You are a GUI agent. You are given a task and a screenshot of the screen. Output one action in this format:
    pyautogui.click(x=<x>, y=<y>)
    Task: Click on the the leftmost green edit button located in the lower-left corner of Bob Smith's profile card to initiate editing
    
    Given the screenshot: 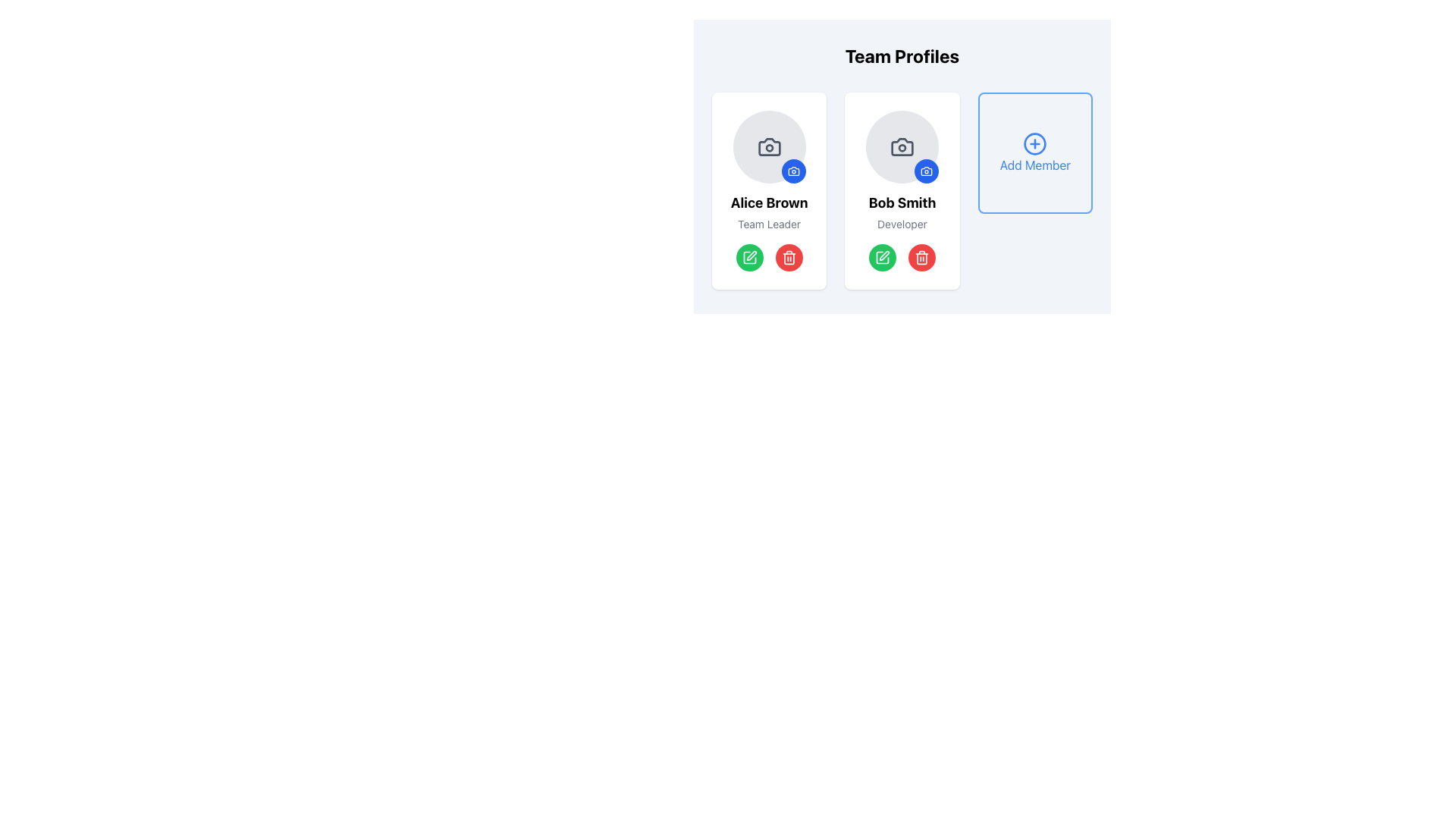 What is the action you would take?
    pyautogui.click(x=882, y=256)
    